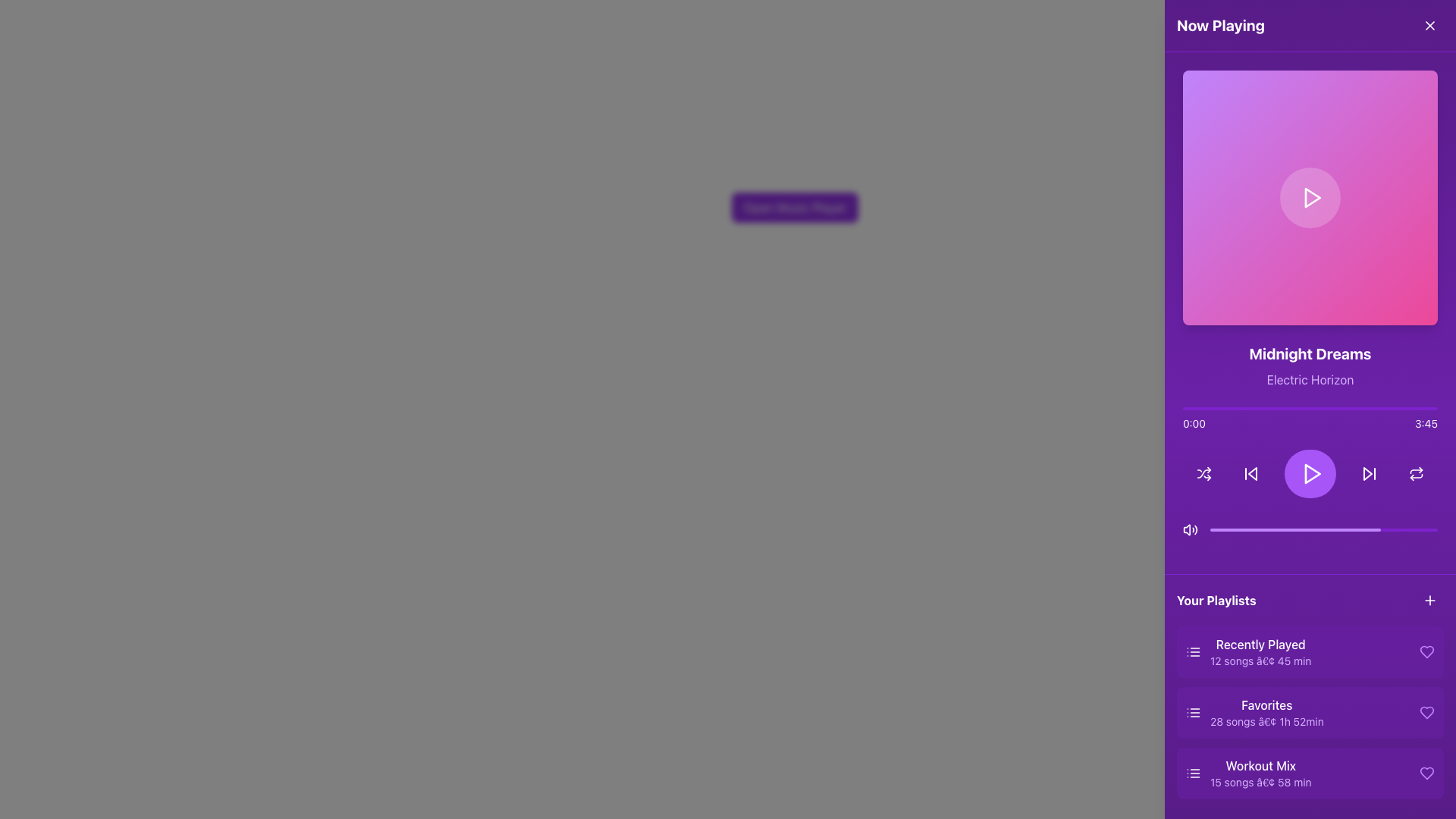  I want to click on the small white icon representing a list with three horizontal lines located within the purple background in the 'Recently Played' section of the 'Your Playlists' panel, positioned to the left of the text 'Recently Played', so click(1193, 651).